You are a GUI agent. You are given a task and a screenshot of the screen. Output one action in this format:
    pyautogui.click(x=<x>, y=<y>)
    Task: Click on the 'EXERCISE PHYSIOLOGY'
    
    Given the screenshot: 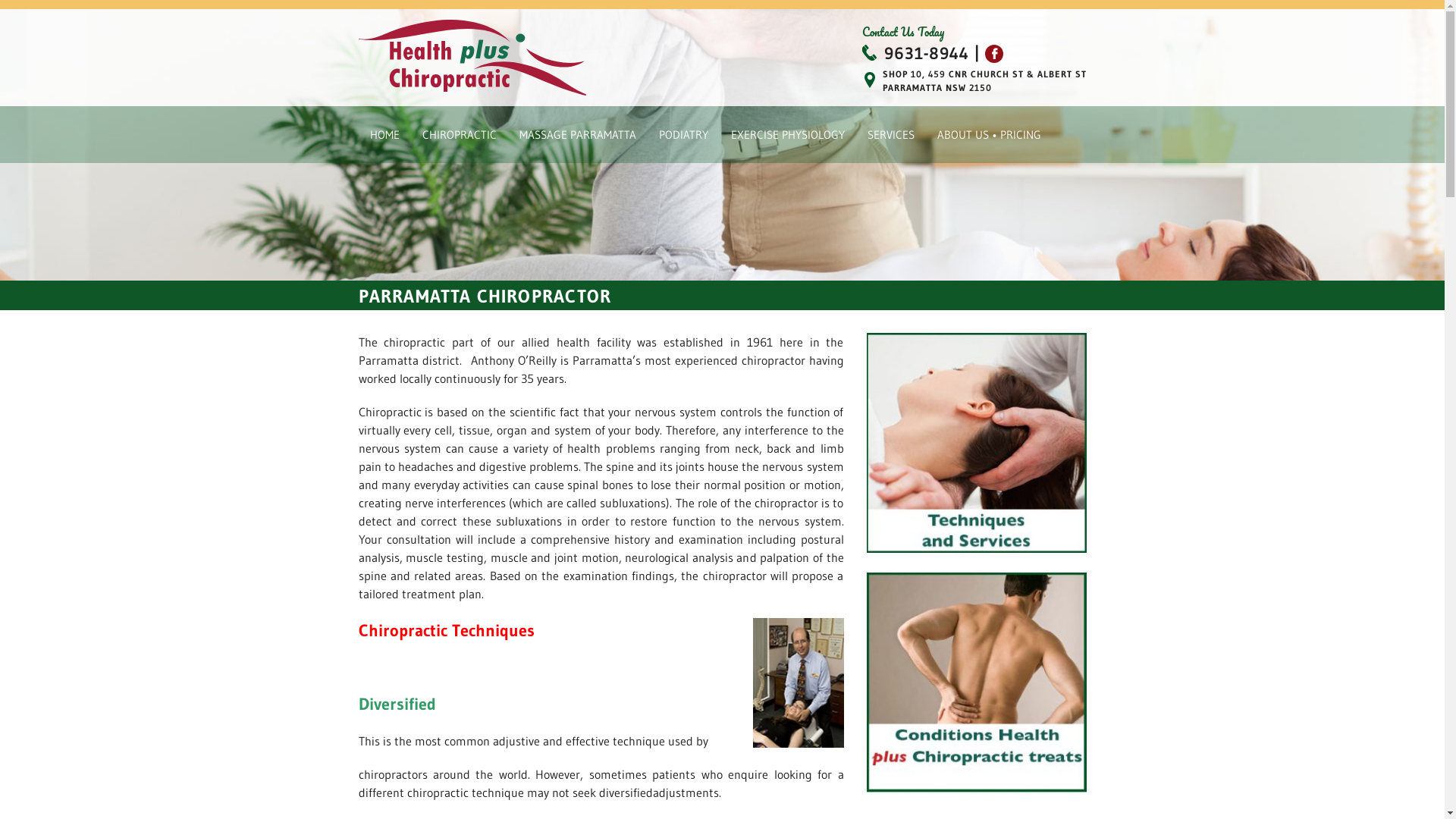 What is the action you would take?
    pyautogui.click(x=786, y=133)
    